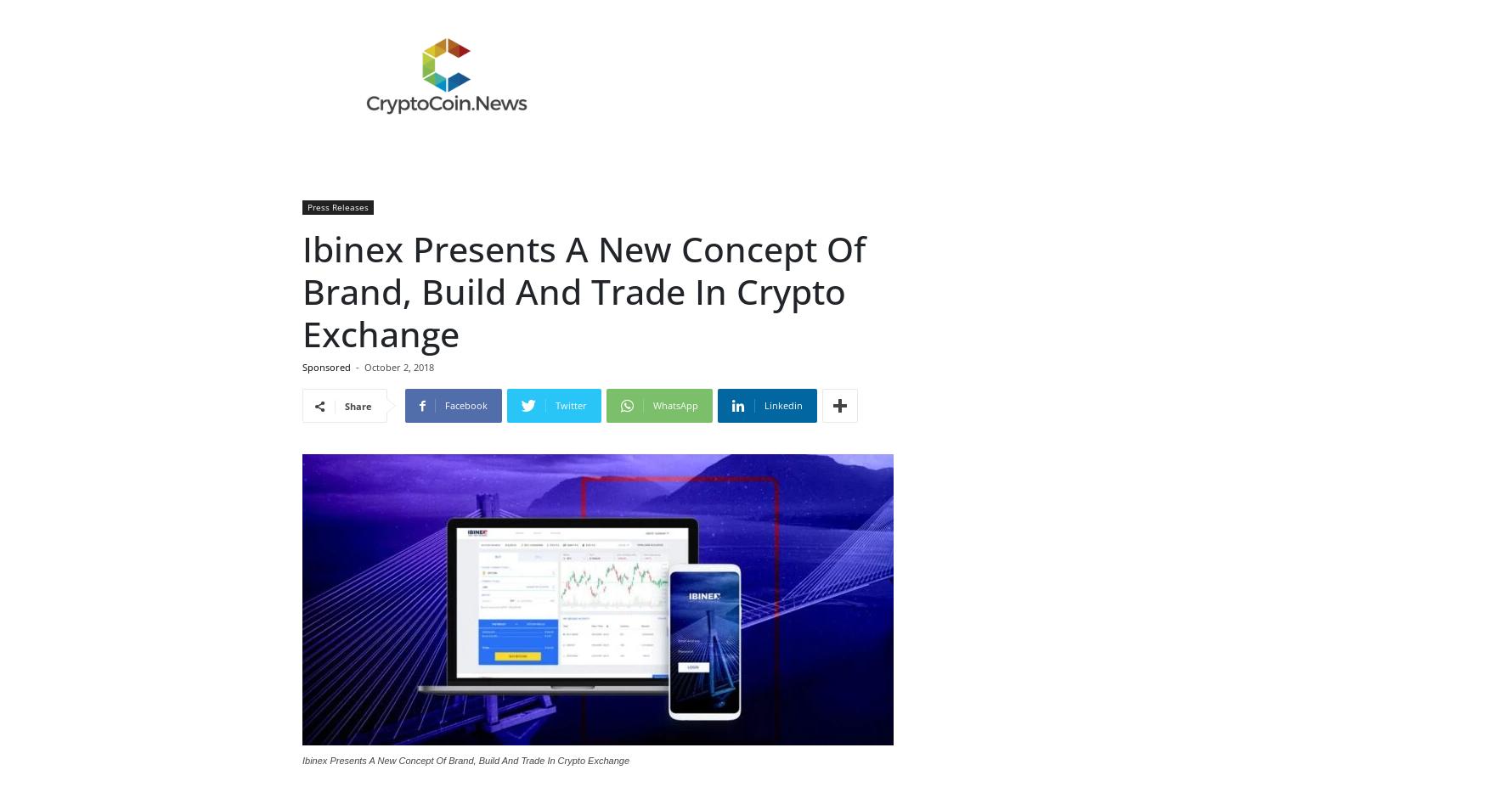  I want to click on 'https://ibinex.com/', so click(597, 603).